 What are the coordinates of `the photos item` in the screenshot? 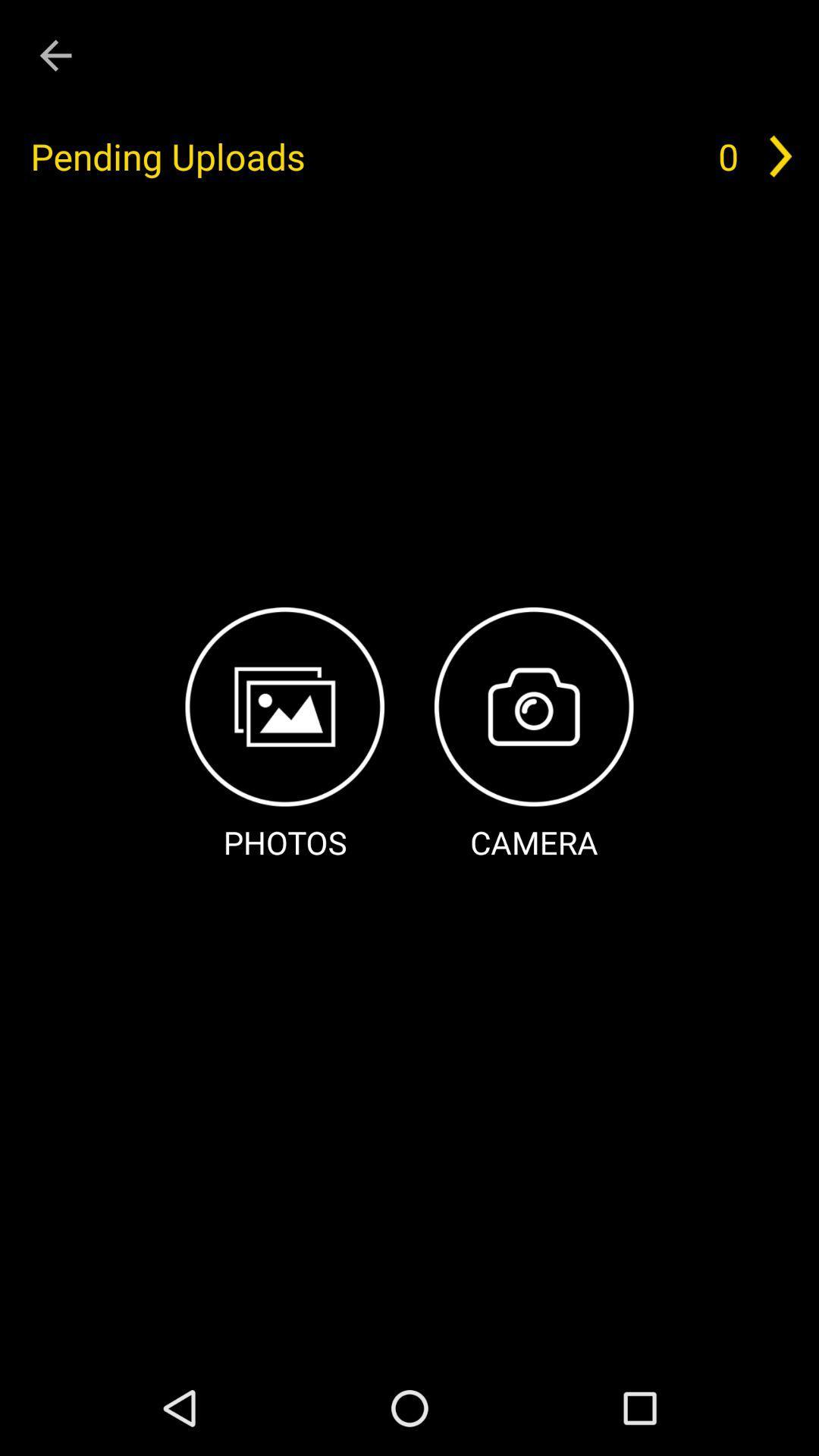 It's located at (284, 736).